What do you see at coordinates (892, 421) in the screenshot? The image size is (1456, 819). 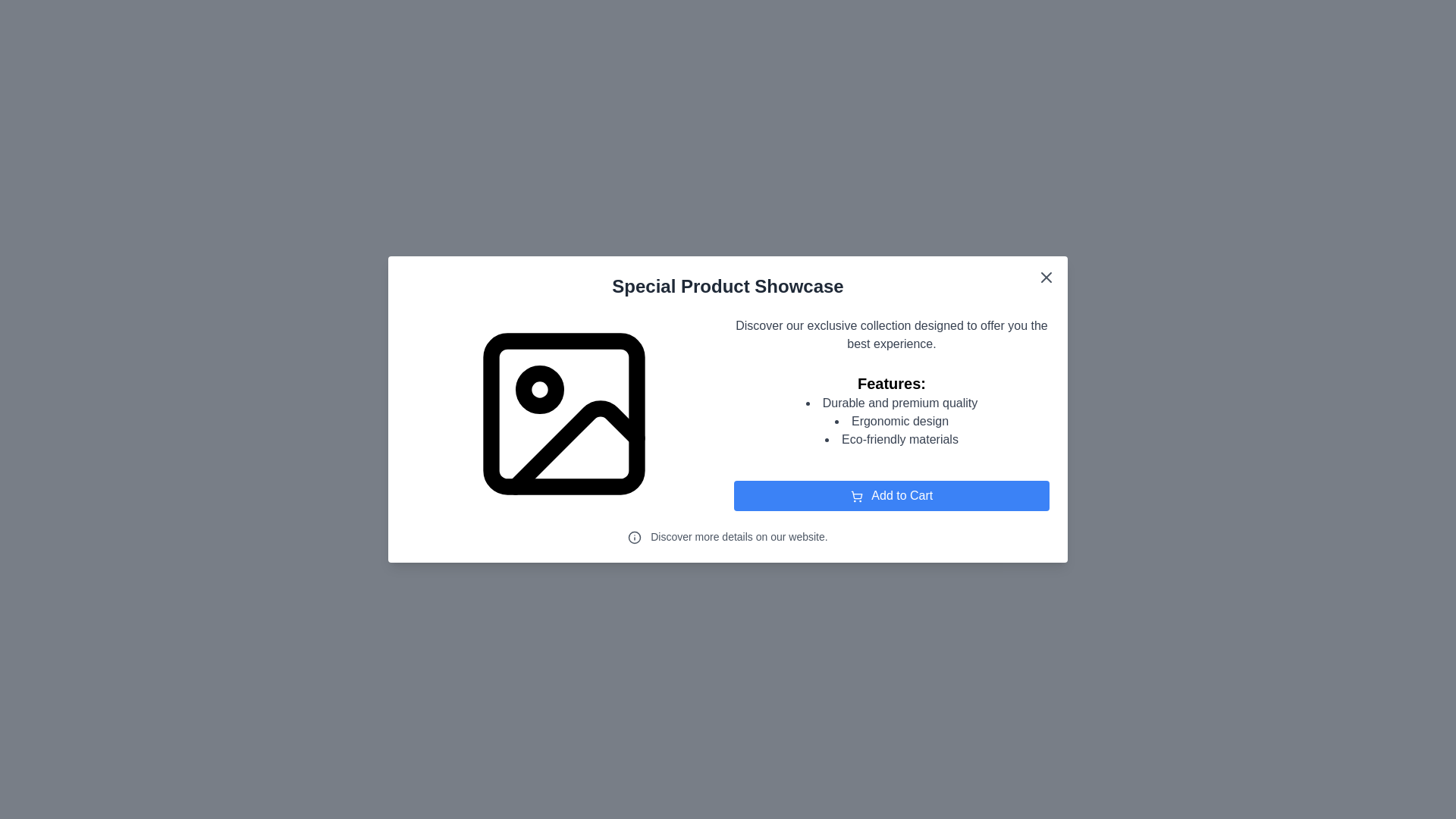 I see `the second item in the bullet-point list of product features that describes the ergonomic design of the product, located between 'Durable and premium quality' and 'Eco-friendly materials.'` at bounding box center [892, 421].